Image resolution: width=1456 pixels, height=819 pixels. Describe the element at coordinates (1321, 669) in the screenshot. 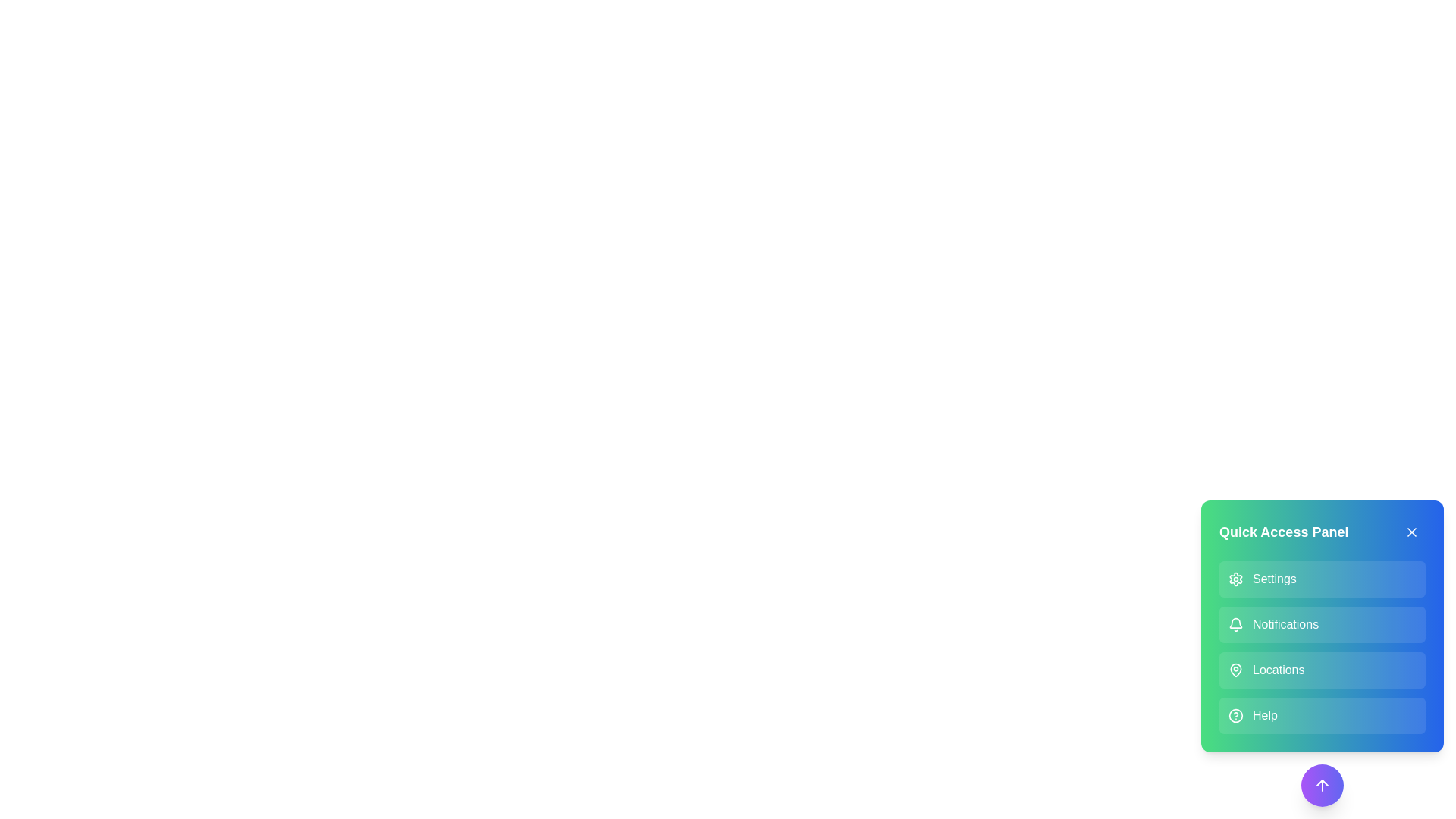

I see `the 'Locations' button, which is the third button in the vertical list of buttons in the 'Quick Access Panel', located below the 'Notifications' button and above the 'Help' button` at that location.